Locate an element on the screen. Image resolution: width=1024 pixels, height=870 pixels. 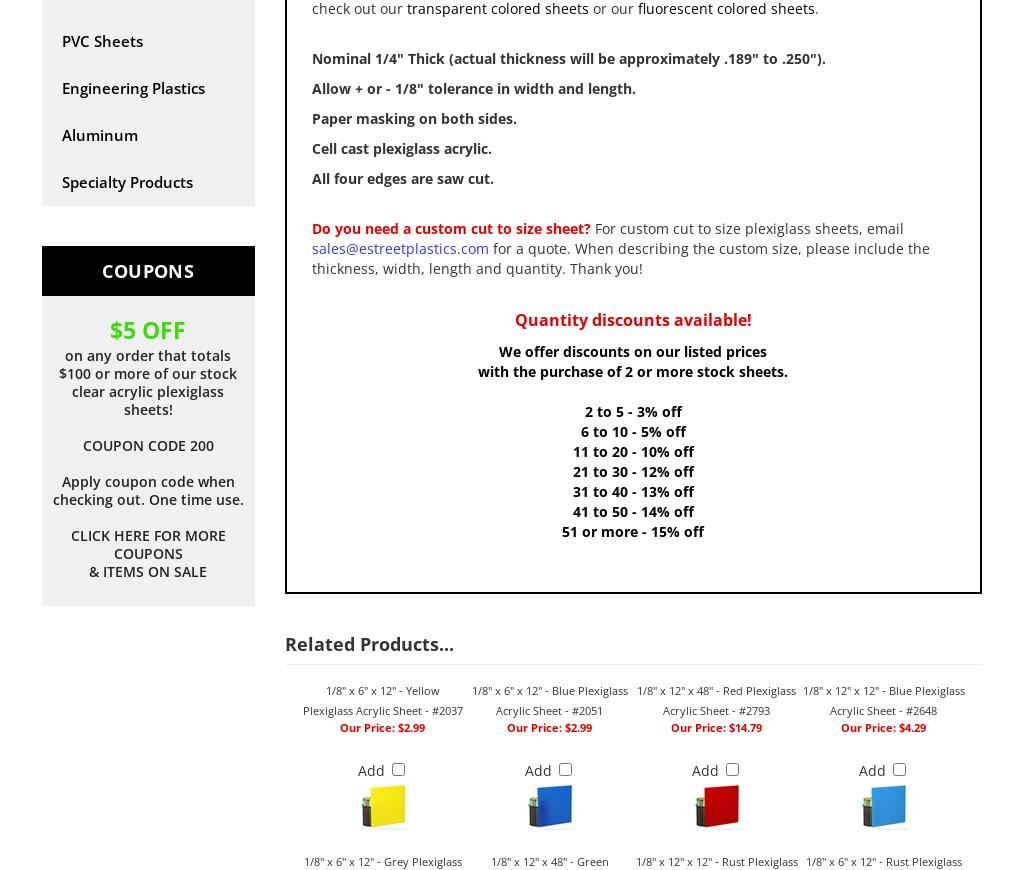
'Specialty Products' is located at coordinates (127, 181).